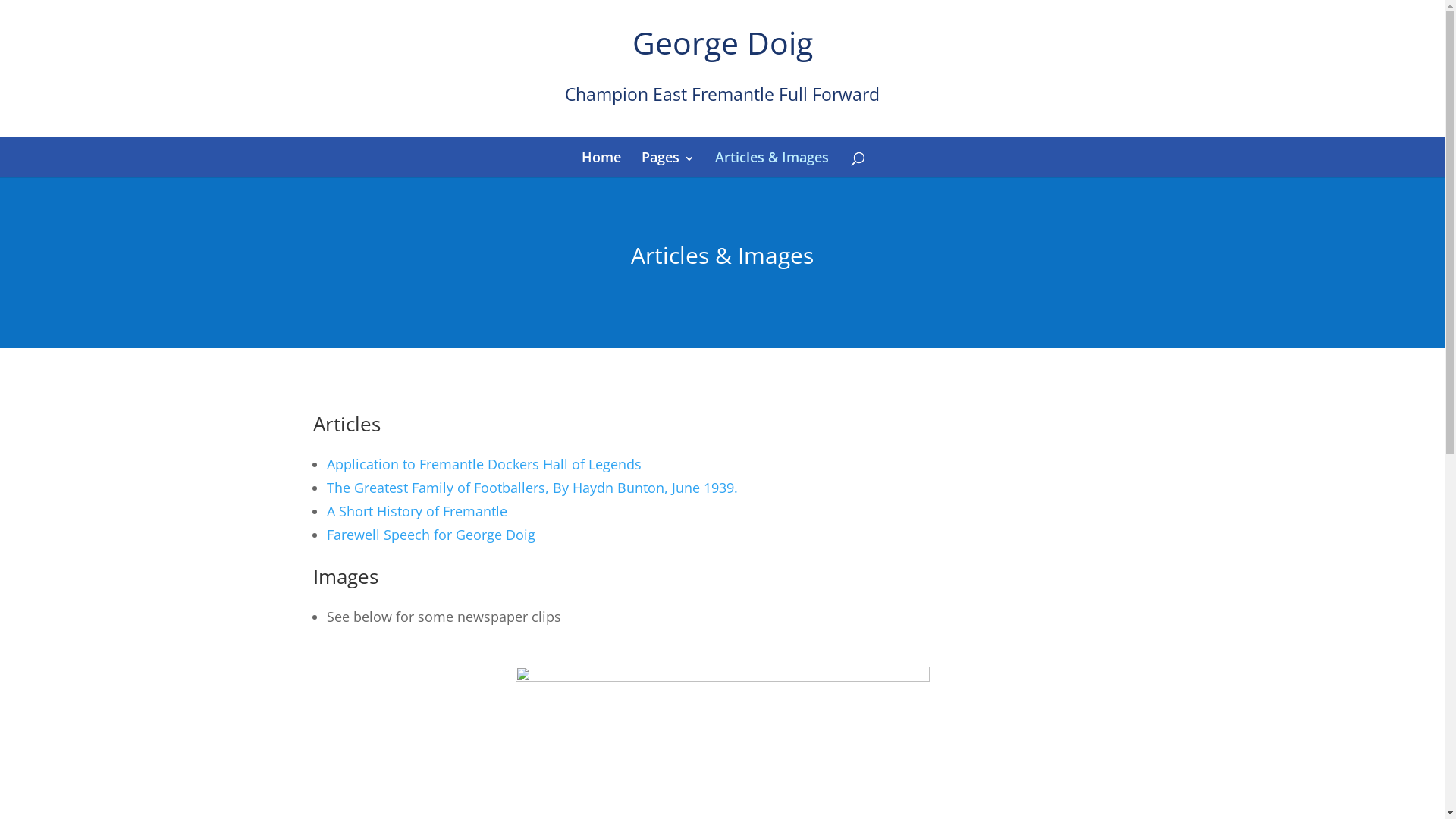 This screenshot has height=819, width=1456. I want to click on 'Articles & Images', so click(714, 157).